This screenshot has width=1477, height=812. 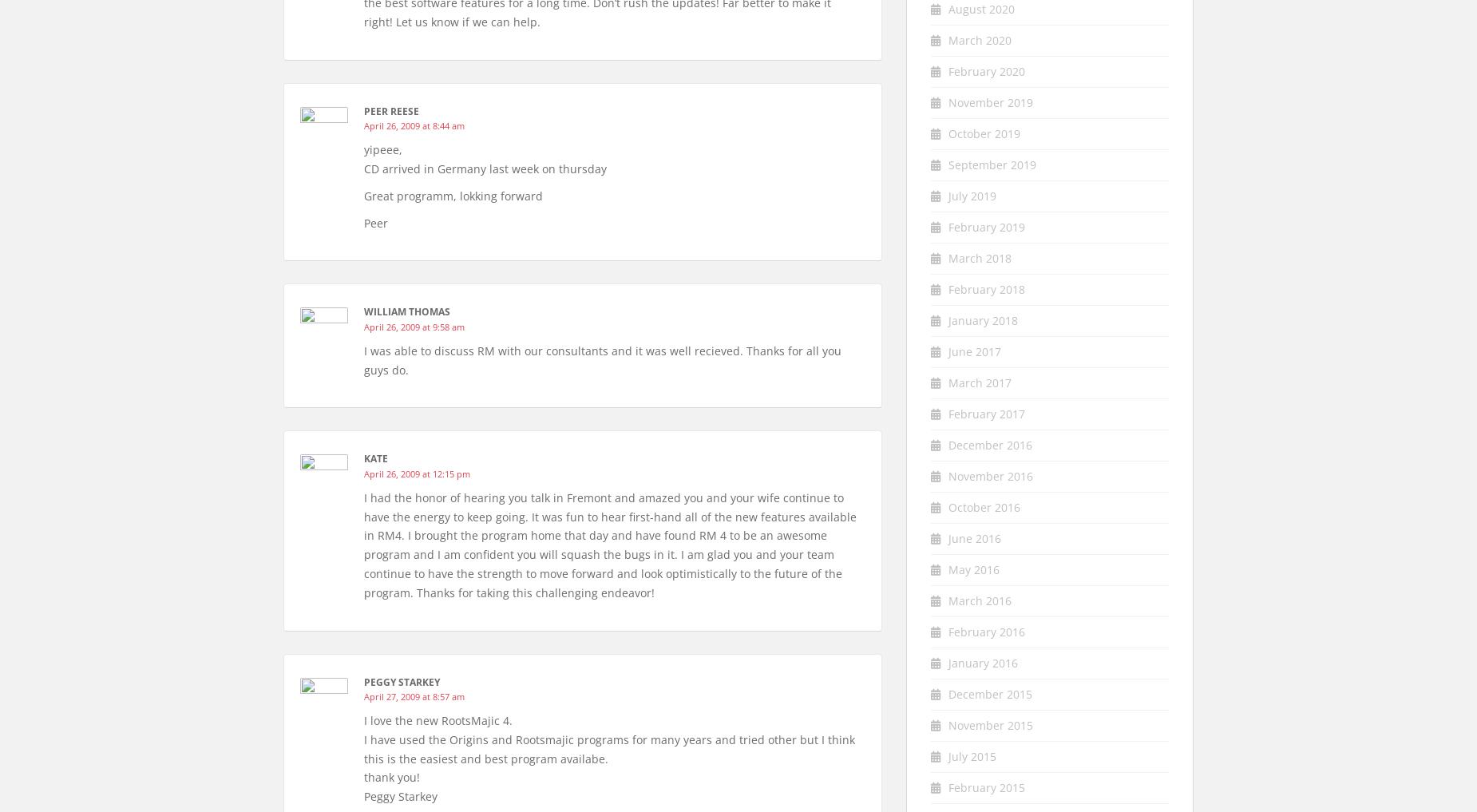 What do you see at coordinates (414, 326) in the screenshot?
I see `'April 26, 2009 at 9:58 am'` at bounding box center [414, 326].